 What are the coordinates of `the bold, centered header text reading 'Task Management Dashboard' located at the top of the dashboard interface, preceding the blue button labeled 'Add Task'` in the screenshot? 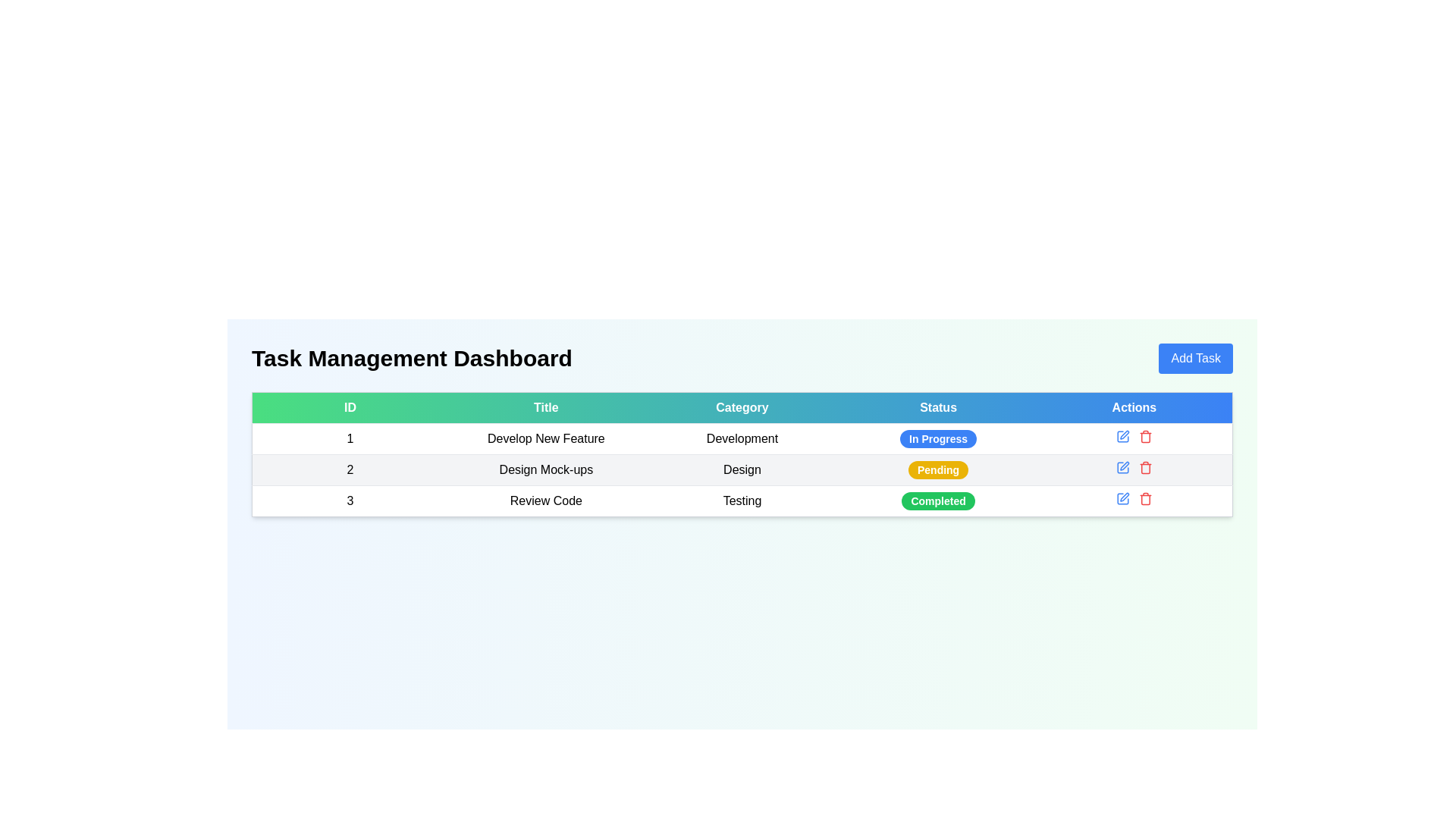 It's located at (412, 359).